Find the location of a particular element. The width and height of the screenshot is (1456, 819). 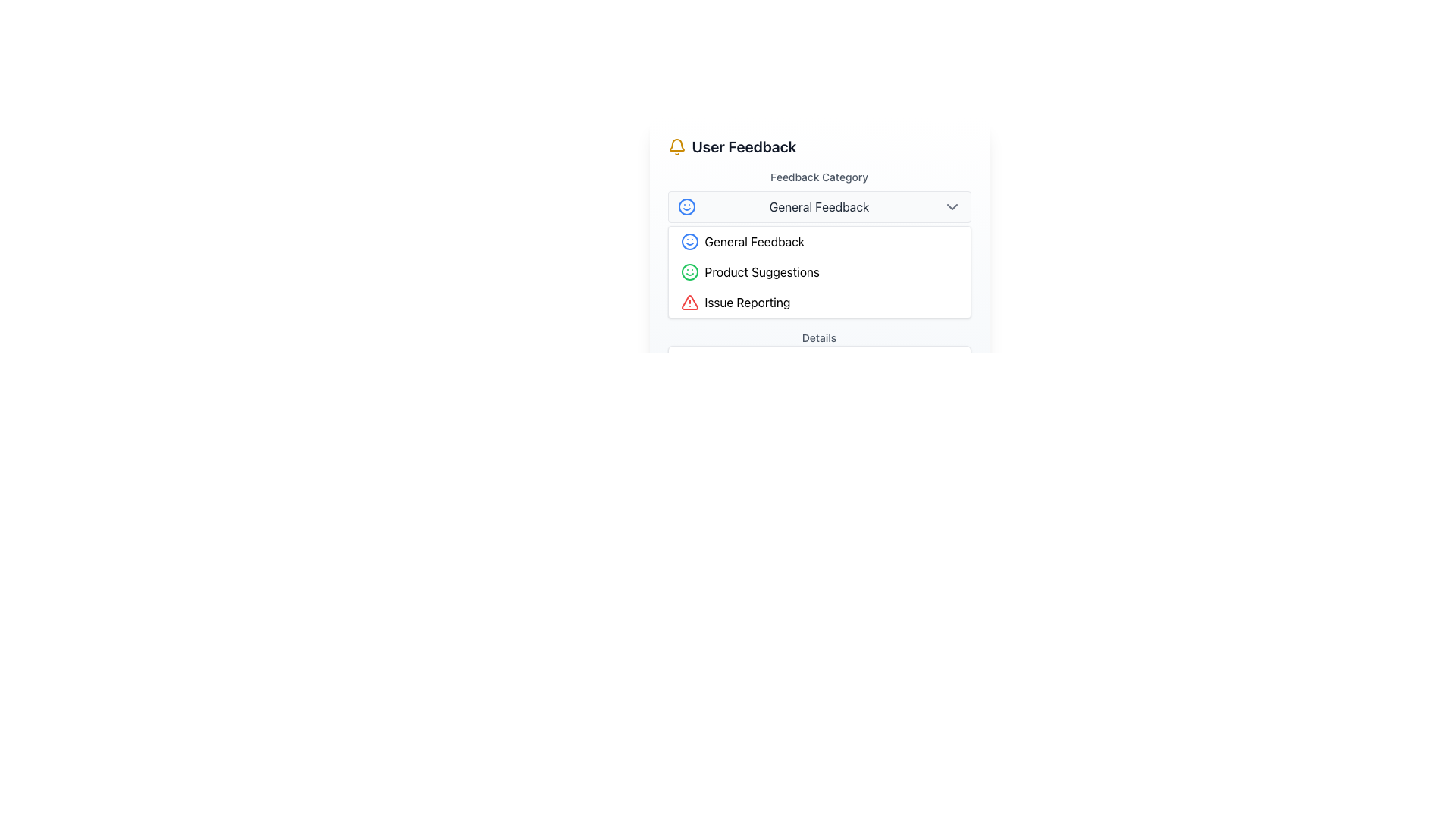

the second selectable option in the feedback category list, which is 'Product Suggestions' is located at coordinates (818, 271).